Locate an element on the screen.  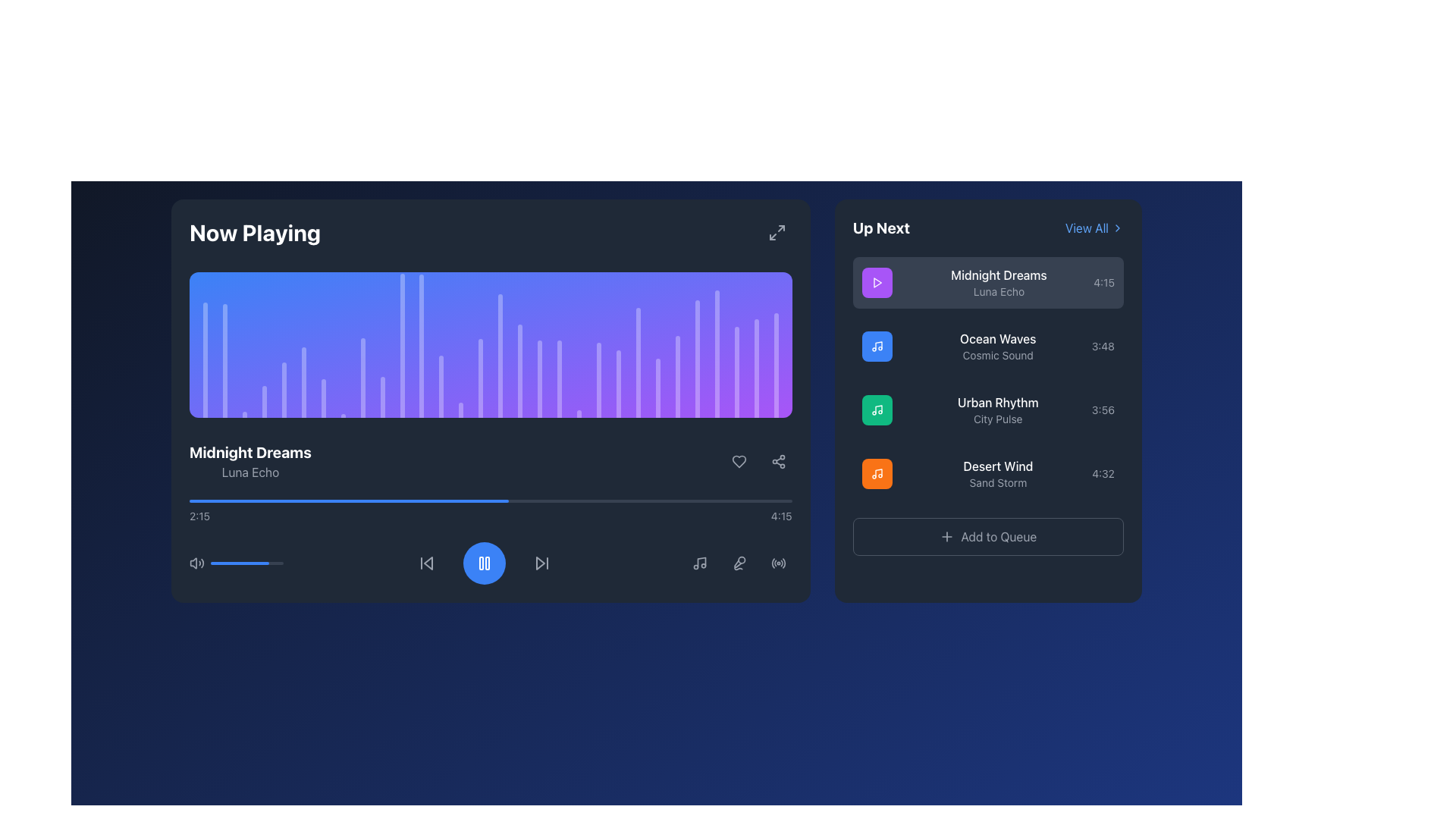
the 18th graphical bar in the waveform chart, which represents a specific sound amplitude or frequency in the music track is located at coordinates (559, 378).